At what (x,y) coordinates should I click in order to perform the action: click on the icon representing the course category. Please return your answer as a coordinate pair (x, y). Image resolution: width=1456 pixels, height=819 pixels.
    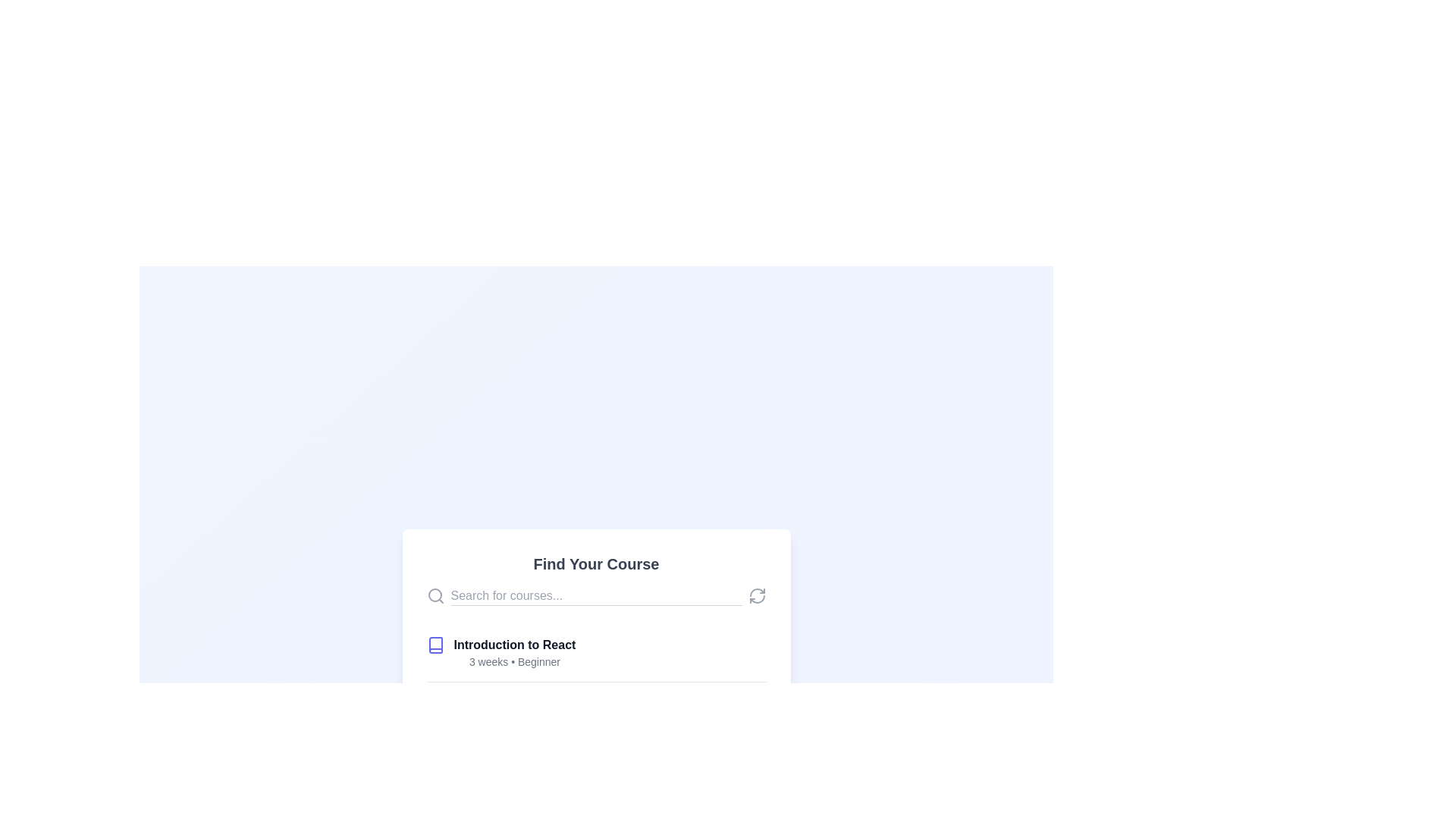
    Looking at the image, I should click on (435, 645).